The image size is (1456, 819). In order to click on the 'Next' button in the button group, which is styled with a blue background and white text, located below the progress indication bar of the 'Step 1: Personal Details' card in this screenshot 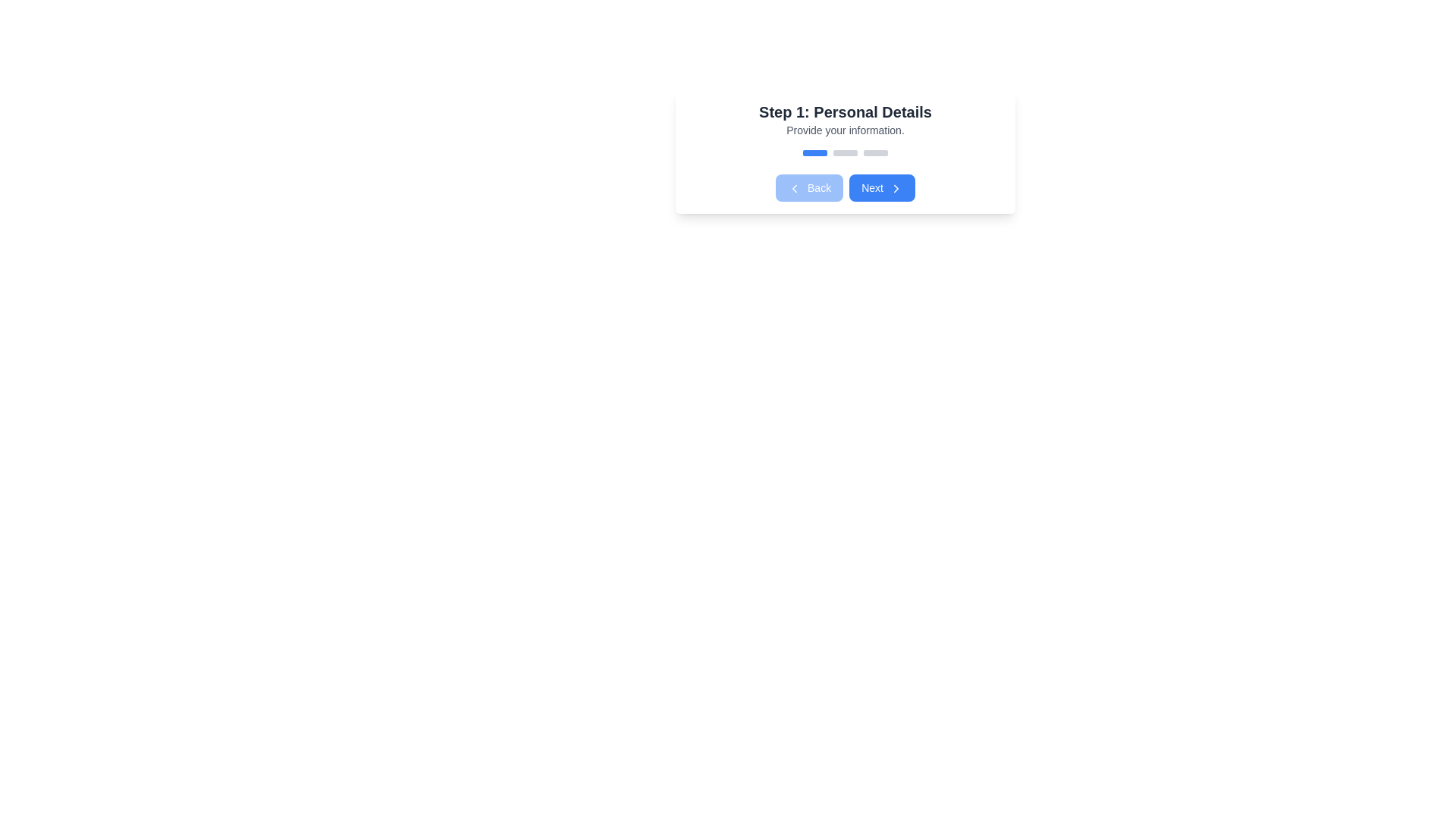, I will do `click(844, 187)`.